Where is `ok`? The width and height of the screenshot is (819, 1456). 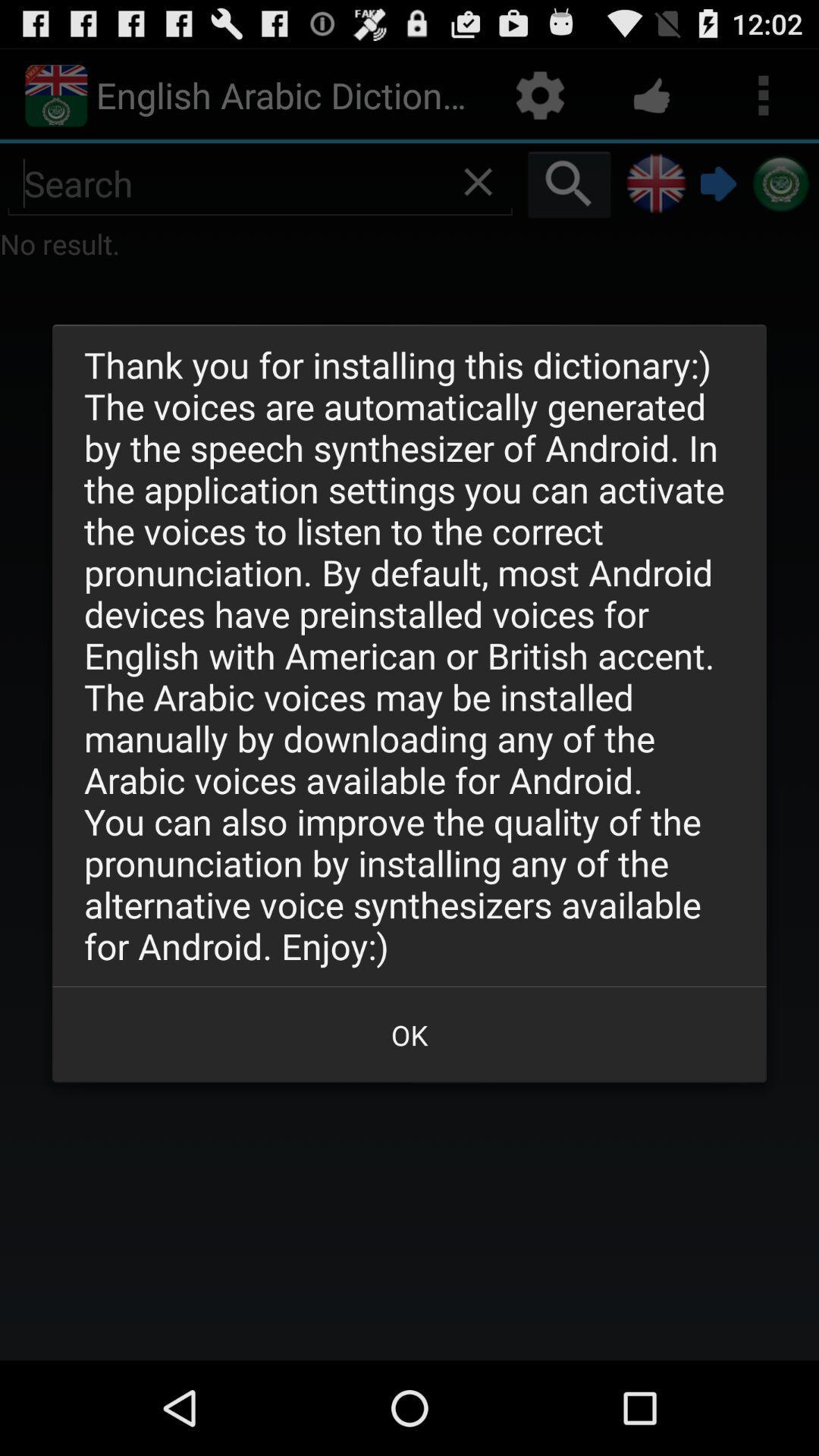
ok is located at coordinates (409, 1034).